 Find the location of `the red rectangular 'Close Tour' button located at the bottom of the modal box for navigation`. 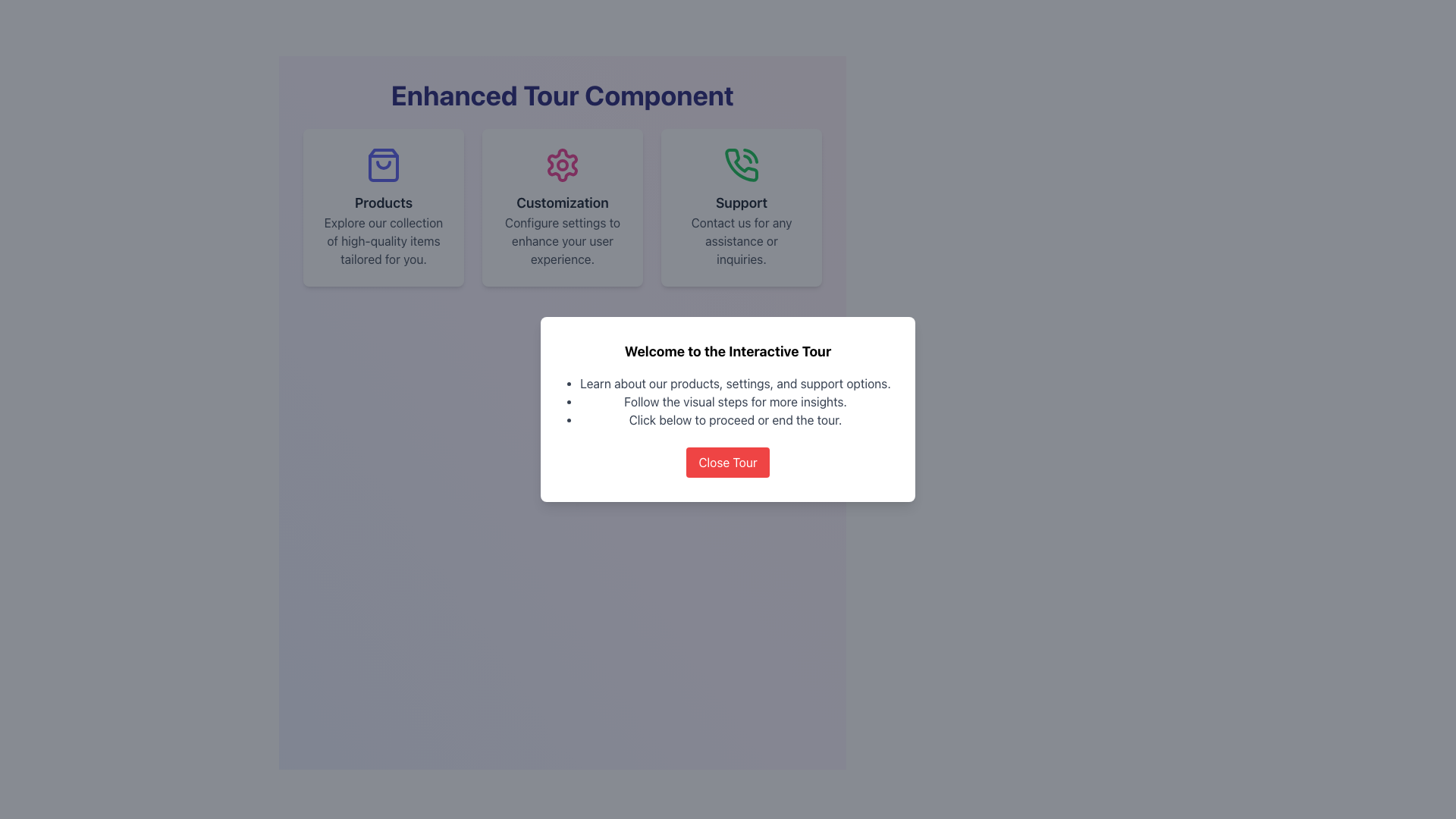

the red rectangular 'Close Tour' button located at the bottom of the modal box for navigation is located at coordinates (728, 461).